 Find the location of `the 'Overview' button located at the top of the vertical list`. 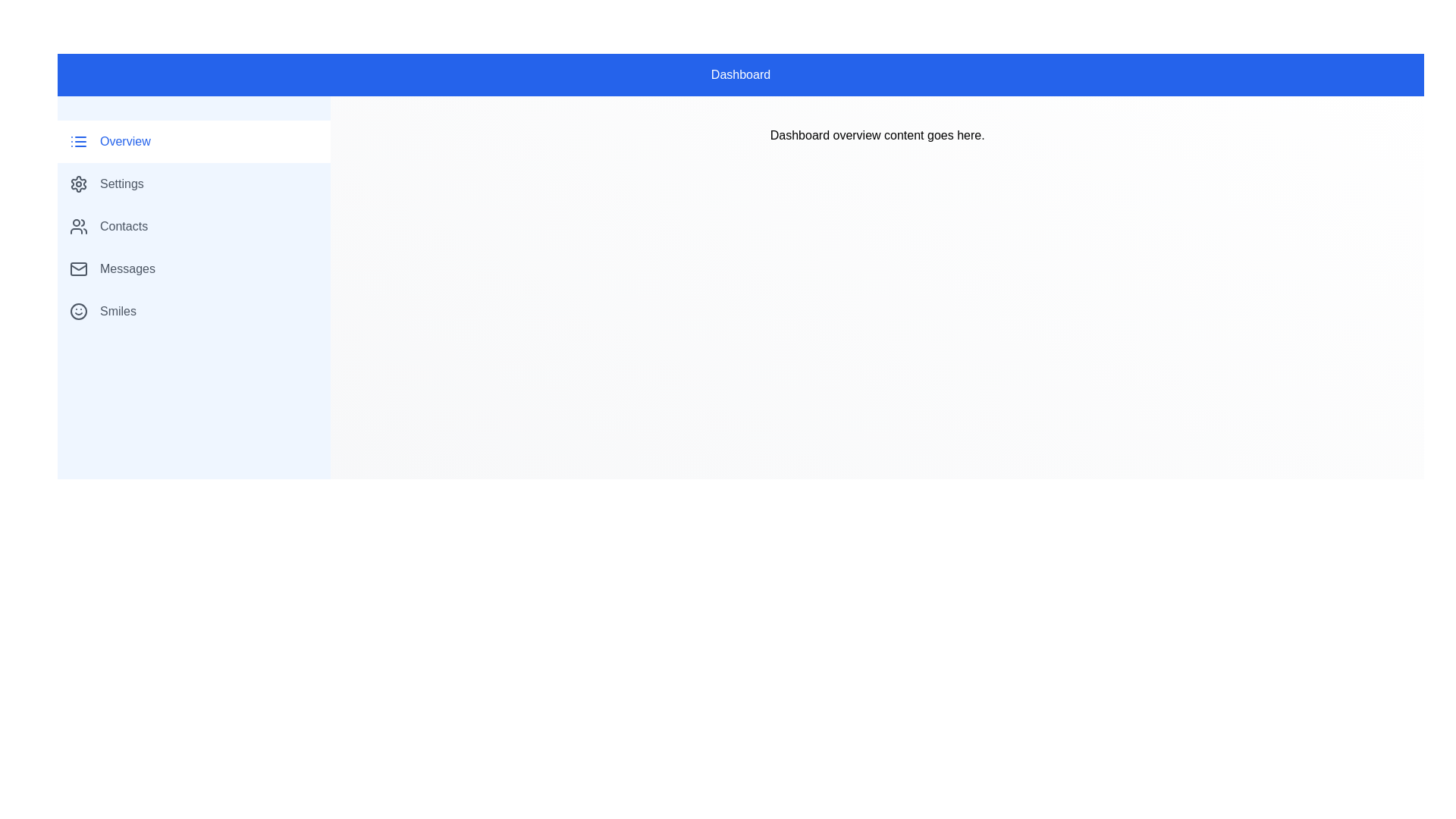

the 'Overview' button located at the top of the vertical list is located at coordinates (193, 141).